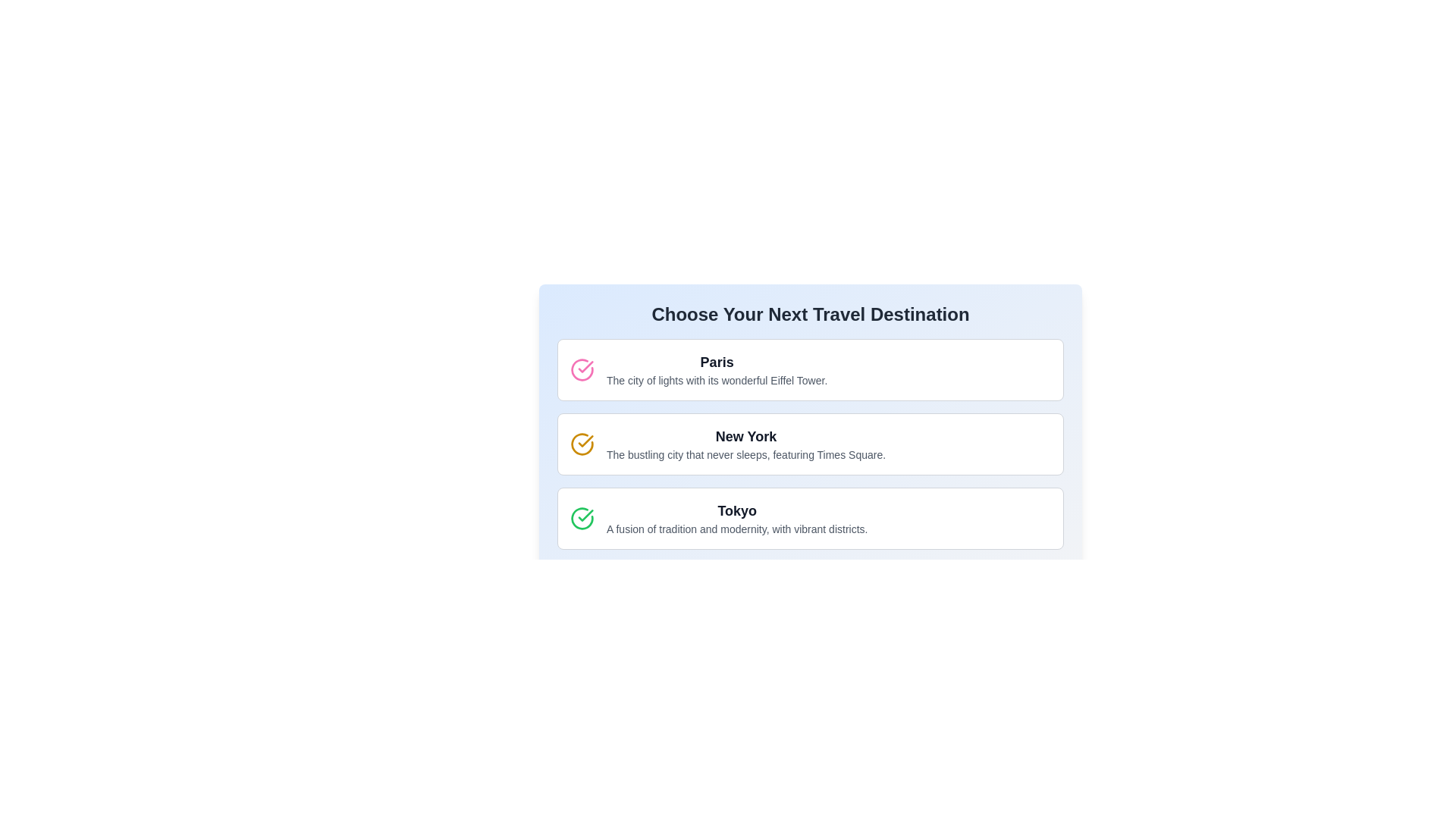  Describe the element at coordinates (810, 370) in the screenshot. I see `the card titled 'Paris' which contains a description about the city and is the first in a list of travel destination cards` at that location.